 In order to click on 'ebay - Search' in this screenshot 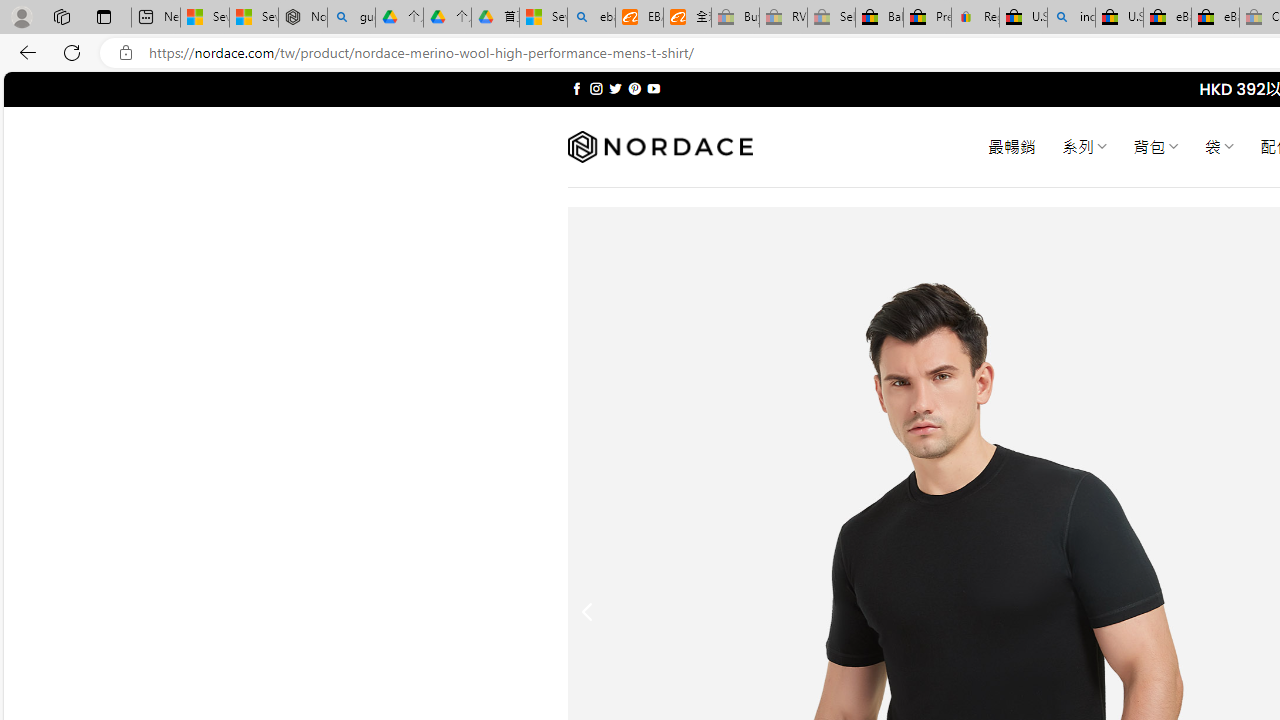, I will do `click(591, 17)`.